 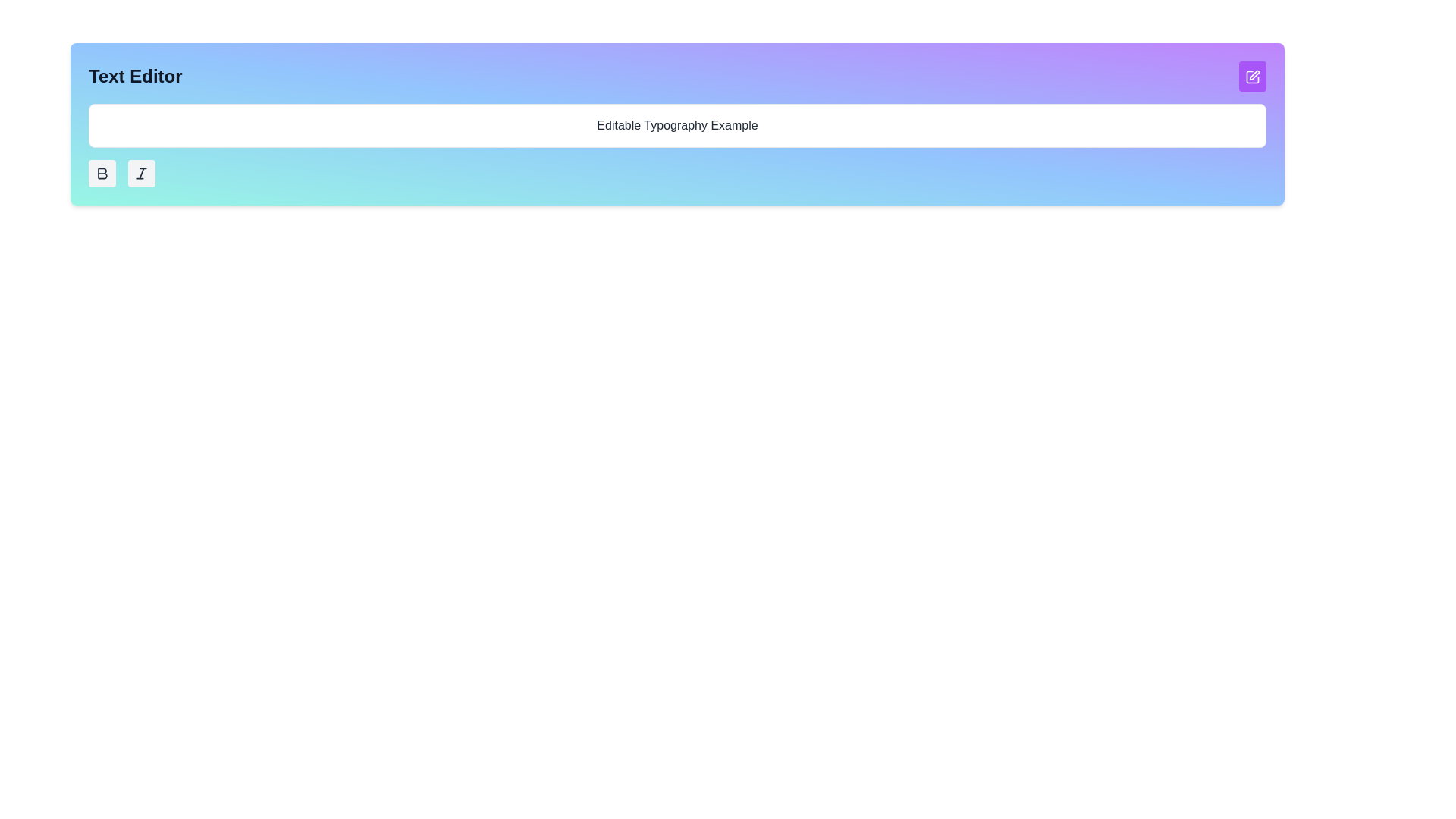 What do you see at coordinates (142, 172) in the screenshot?
I see `the italic formatting button located` at bounding box center [142, 172].